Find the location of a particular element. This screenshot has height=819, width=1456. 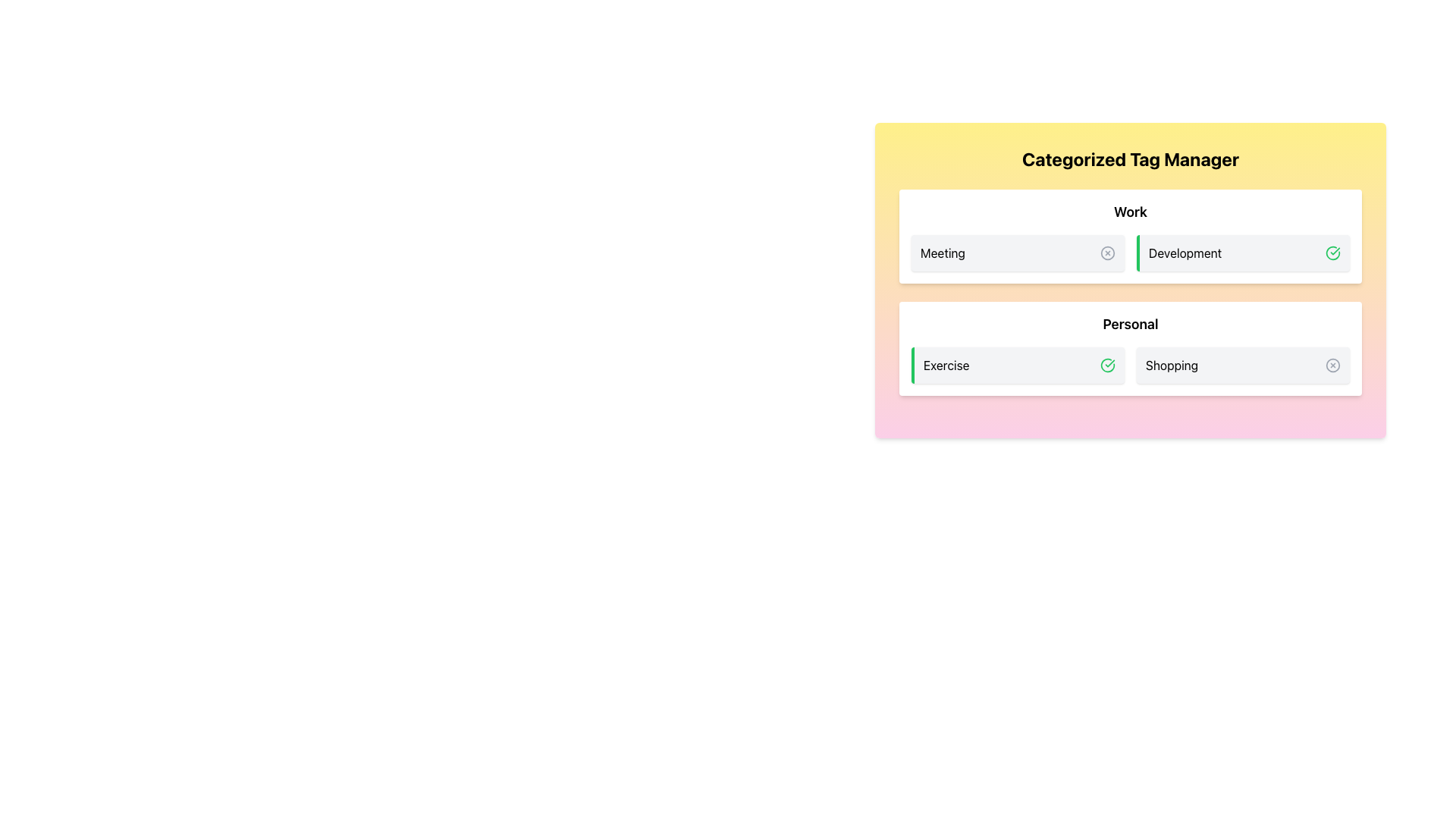

the Text Label/Static Text element located is located at coordinates (1171, 366).